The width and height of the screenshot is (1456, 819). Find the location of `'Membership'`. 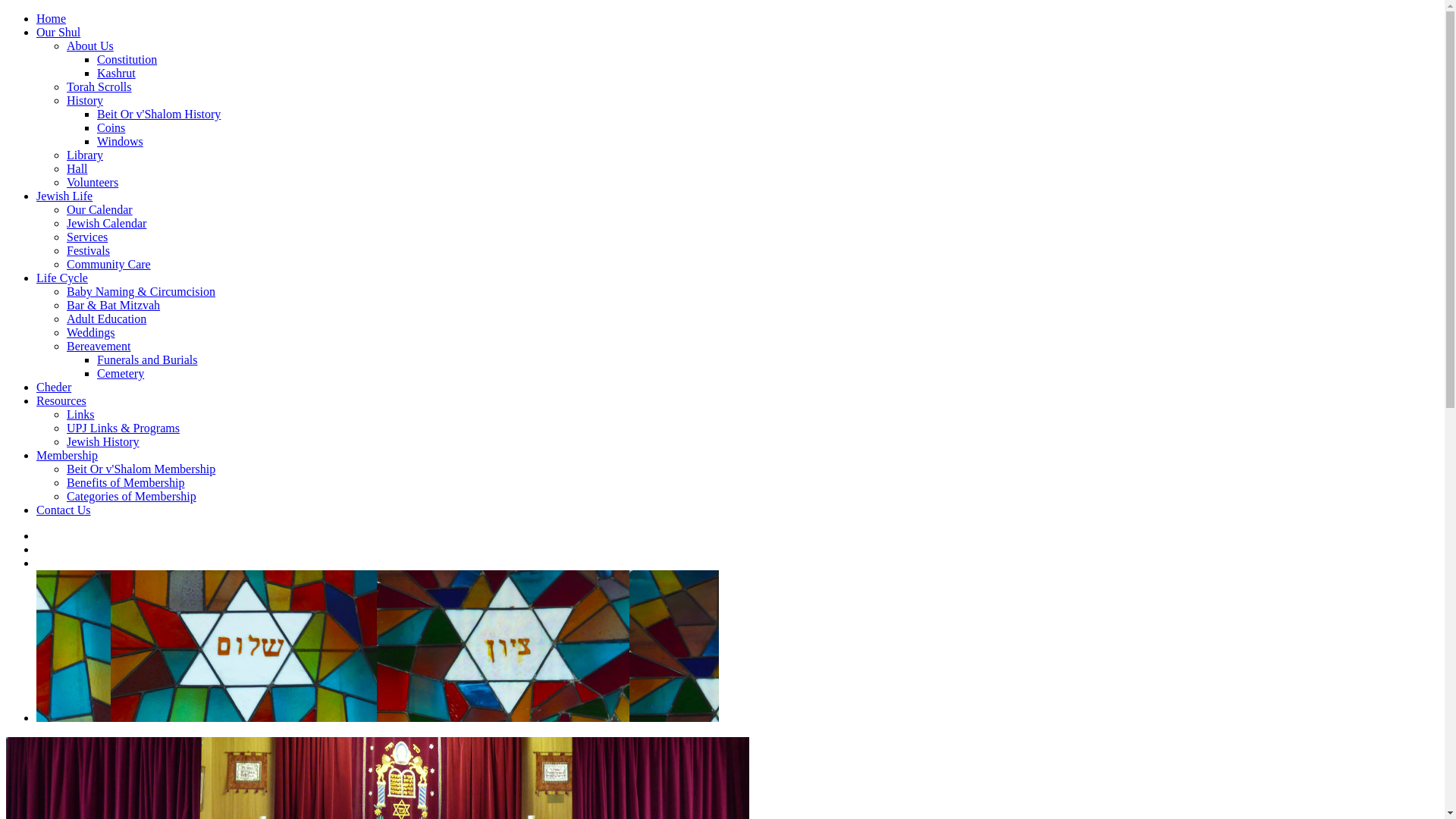

'Membership' is located at coordinates (66, 454).